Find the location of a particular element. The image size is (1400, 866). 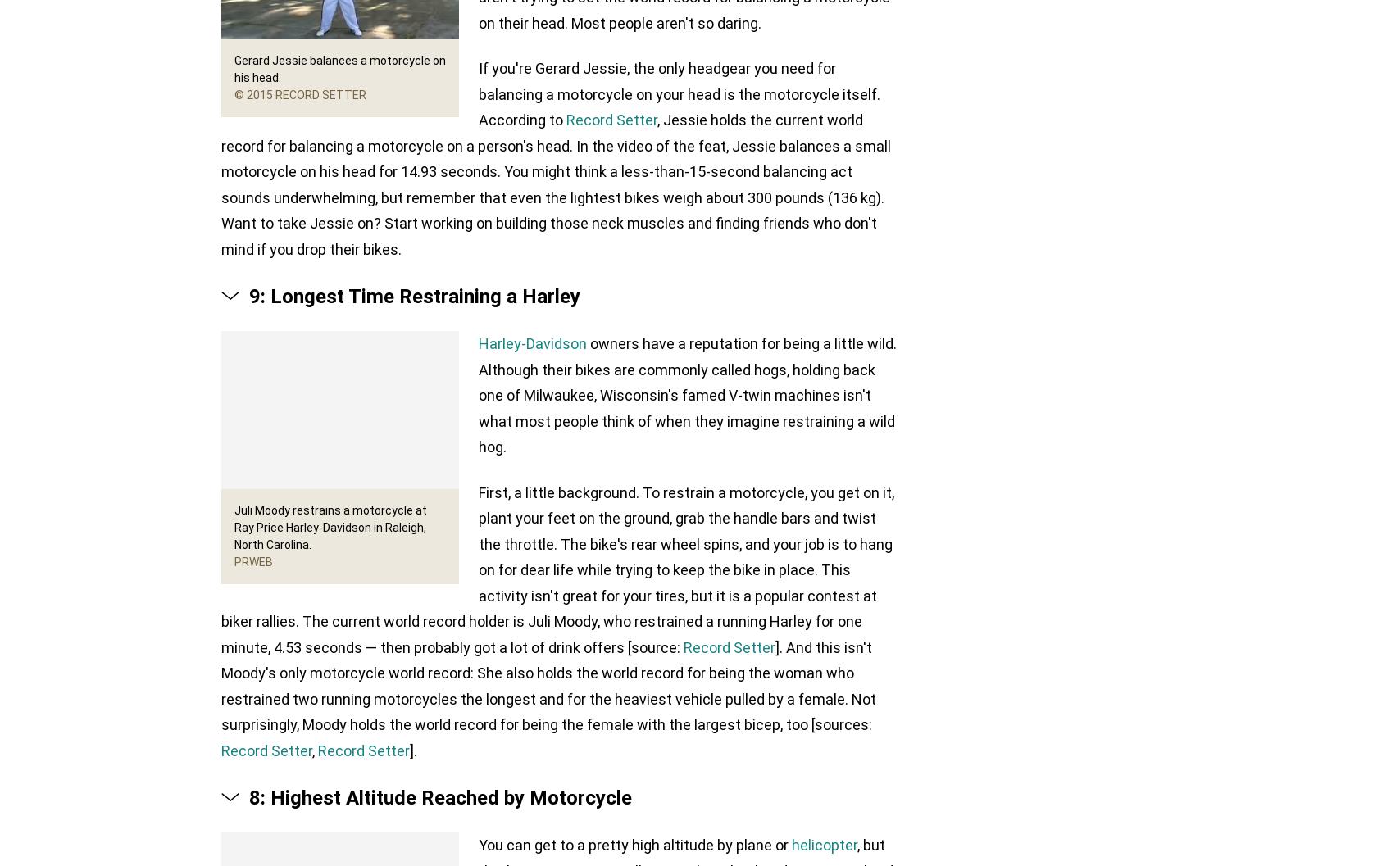

'Juli Moody restrains a motorcycle at Ray Price Harley-Davidson in Raleigh, North Carolina.' is located at coordinates (330, 528).